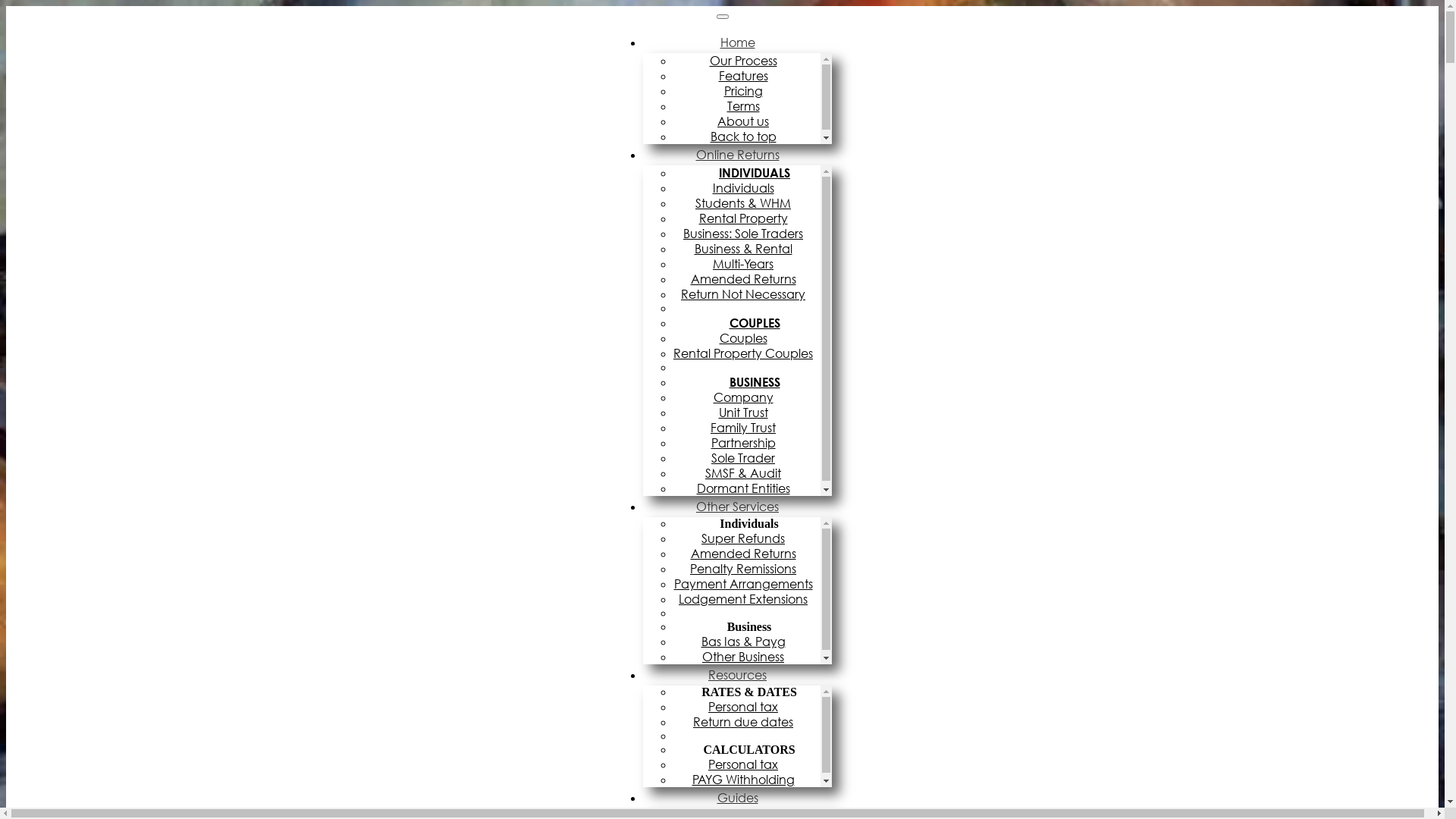  What do you see at coordinates (746, 90) in the screenshot?
I see `'Pricing'` at bounding box center [746, 90].